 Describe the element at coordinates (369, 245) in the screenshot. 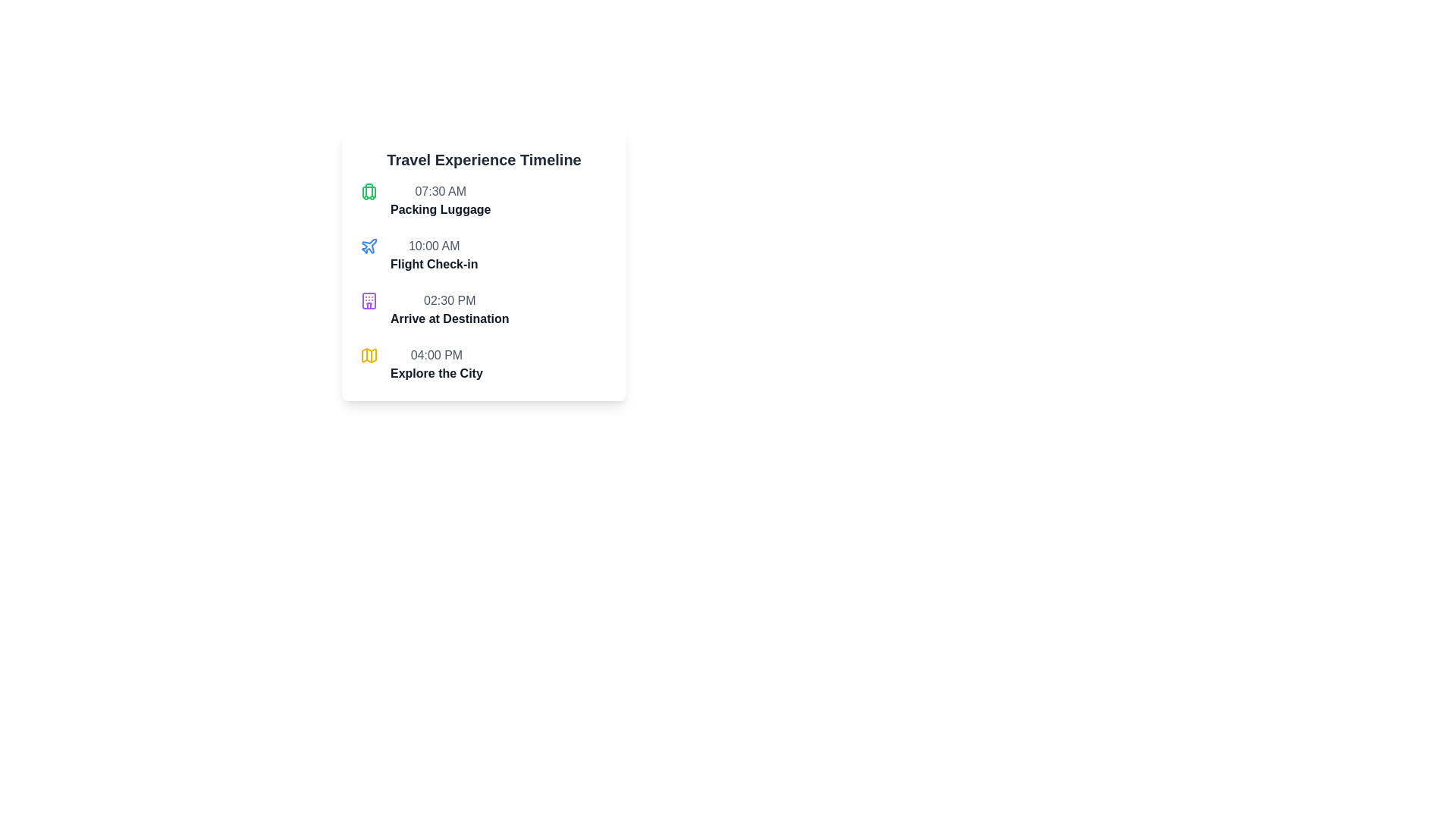

I see `the blue plane icon, which has a minimalist design and is located to the left of the '10:00 AM Flight Check-in' text` at that location.